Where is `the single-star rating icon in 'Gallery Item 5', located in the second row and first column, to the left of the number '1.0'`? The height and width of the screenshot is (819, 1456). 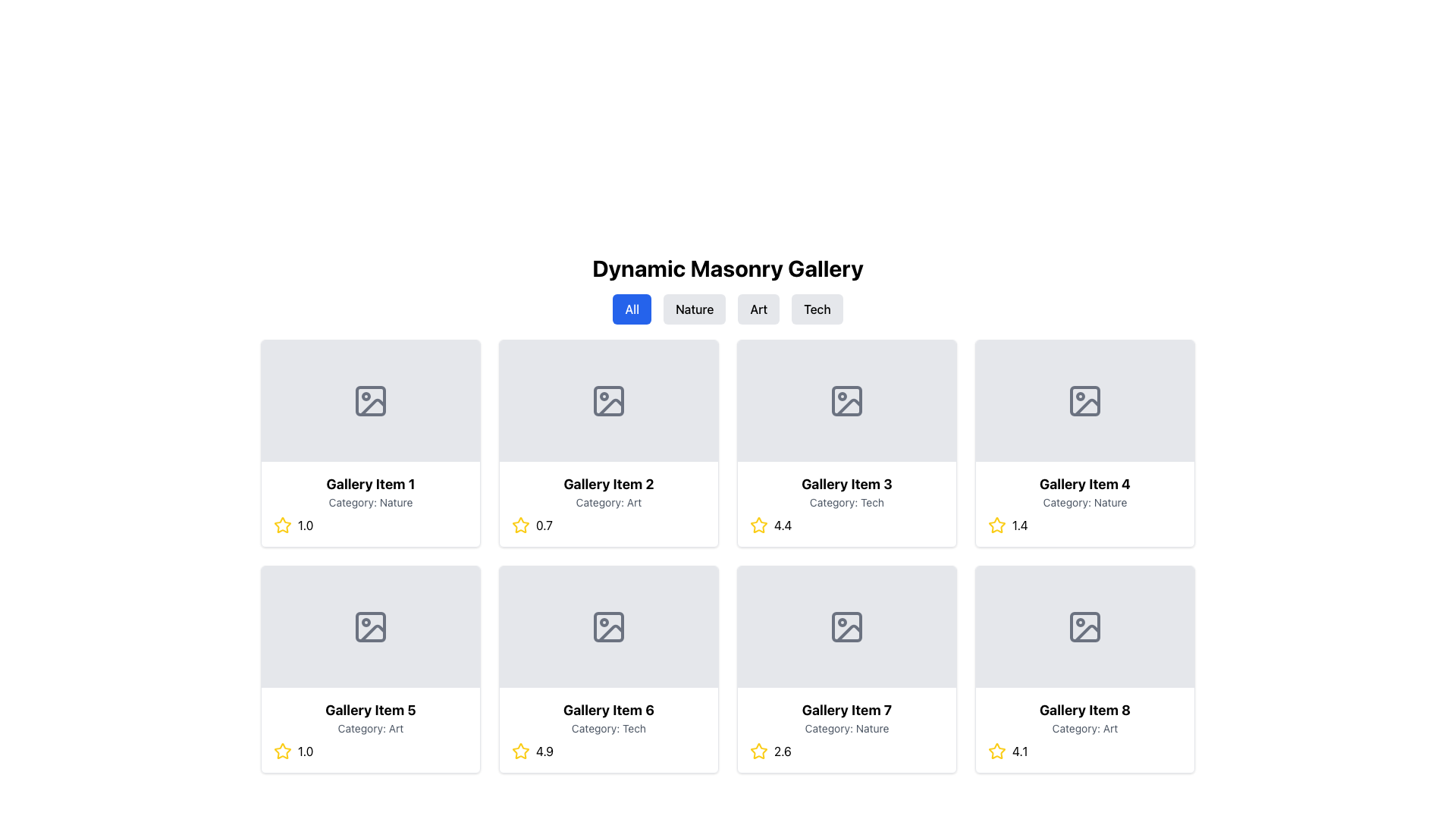 the single-star rating icon in 'Gallery Item 5', located in the second row and first column, to the left of the number '1.0' is located at coordinates (283, 752).